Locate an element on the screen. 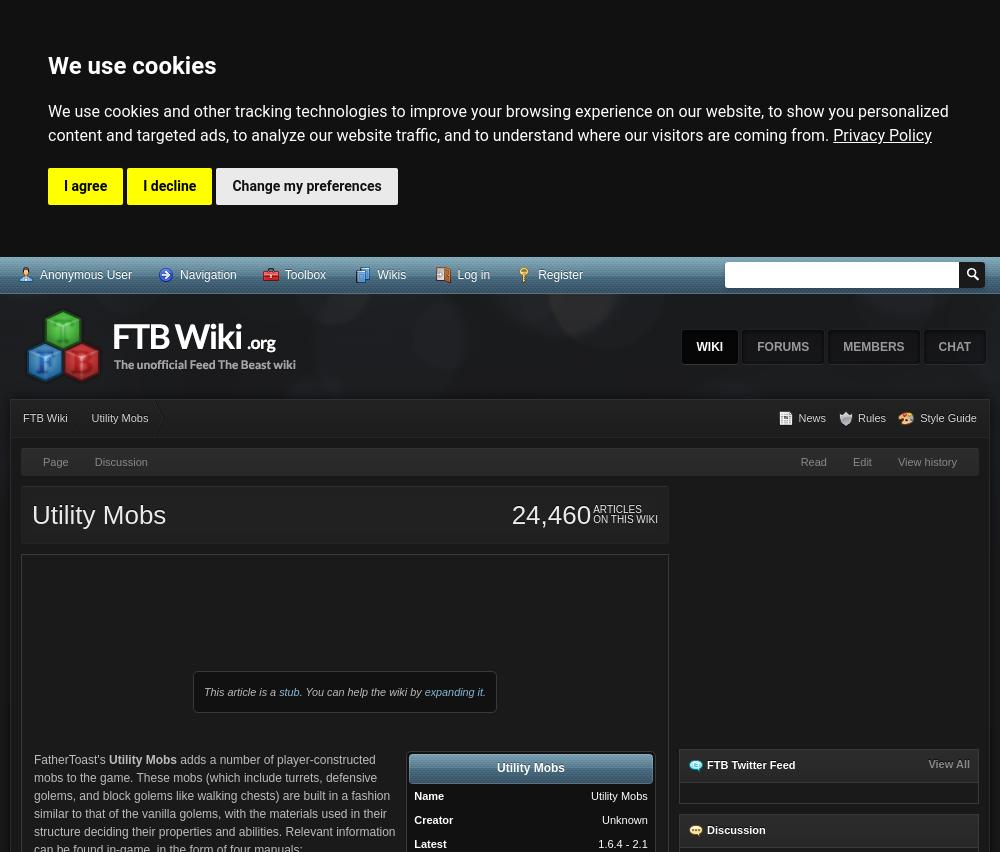  '24,460' is located at coordinates (511, 514).